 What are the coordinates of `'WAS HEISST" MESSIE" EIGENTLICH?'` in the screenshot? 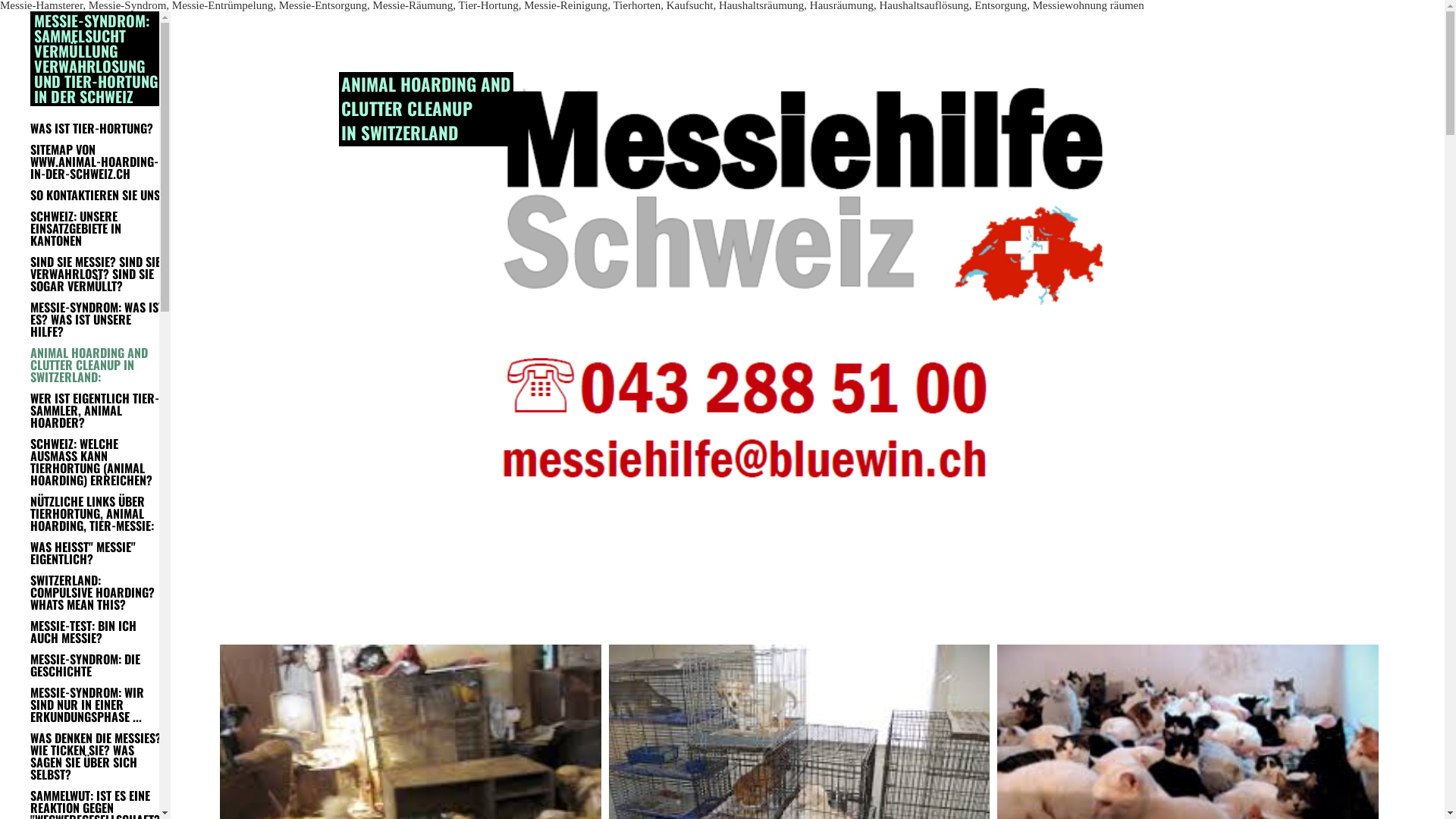 It's located at (96, 553).